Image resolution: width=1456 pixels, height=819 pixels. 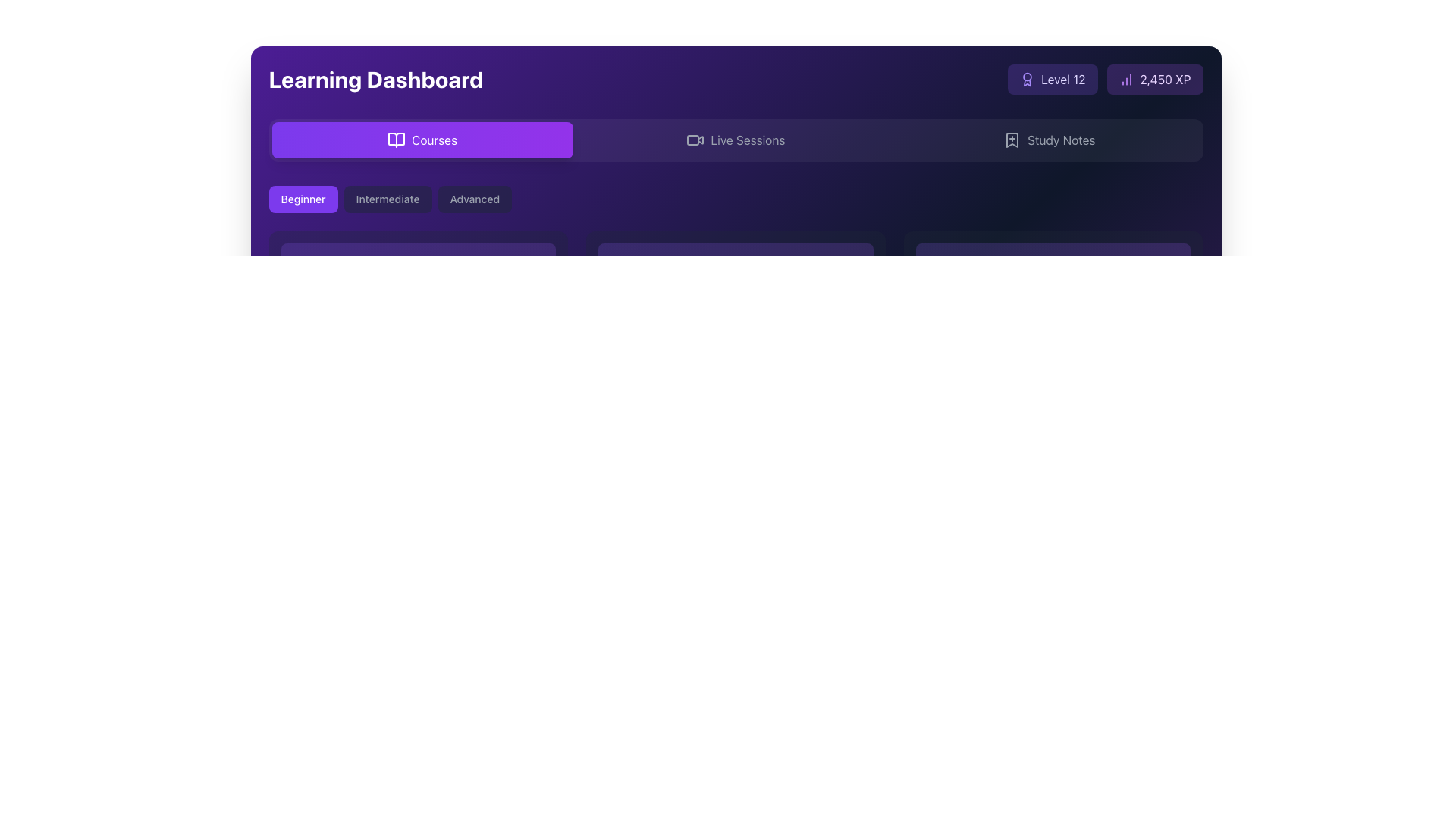 I want to click on the live sessions button located at the center of the navigation bar, positioned between the 'Courses' button on the left and the 'Study Notes' button on the right, so click(x=736, y=140).